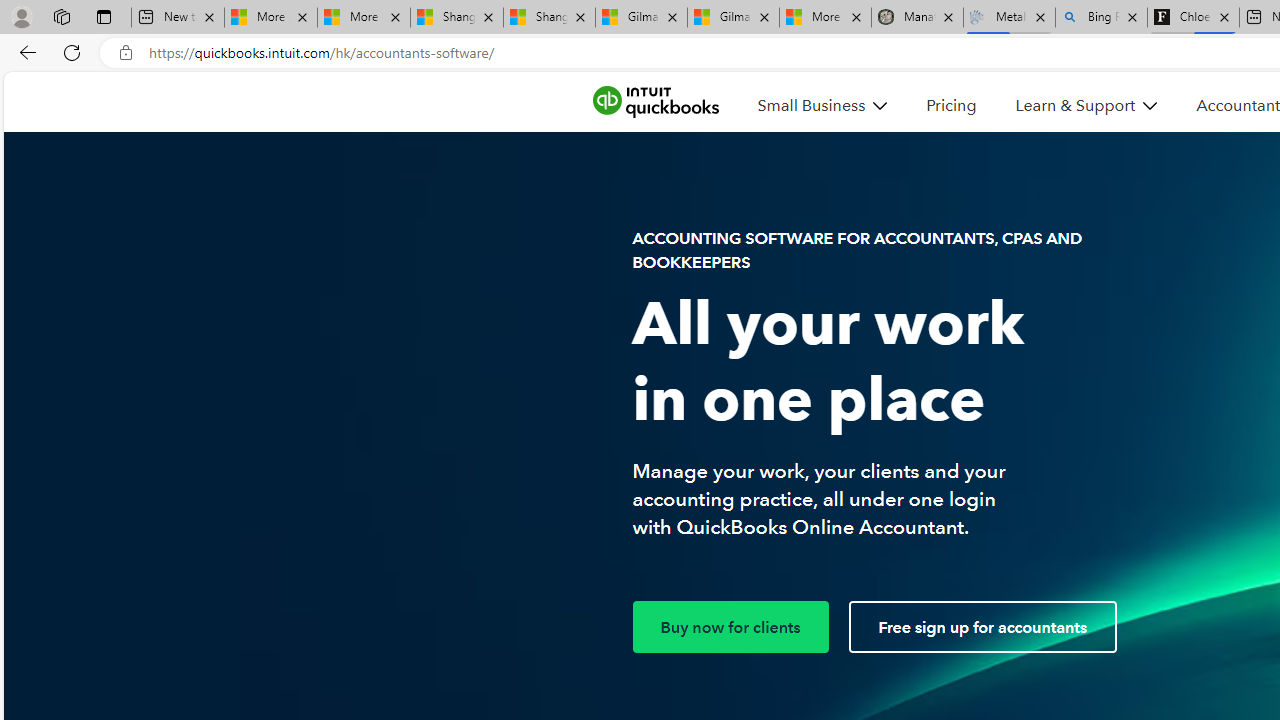 This screenshot has width=1280, height=720. I want to click on 'Small Business', so click(822, 105).